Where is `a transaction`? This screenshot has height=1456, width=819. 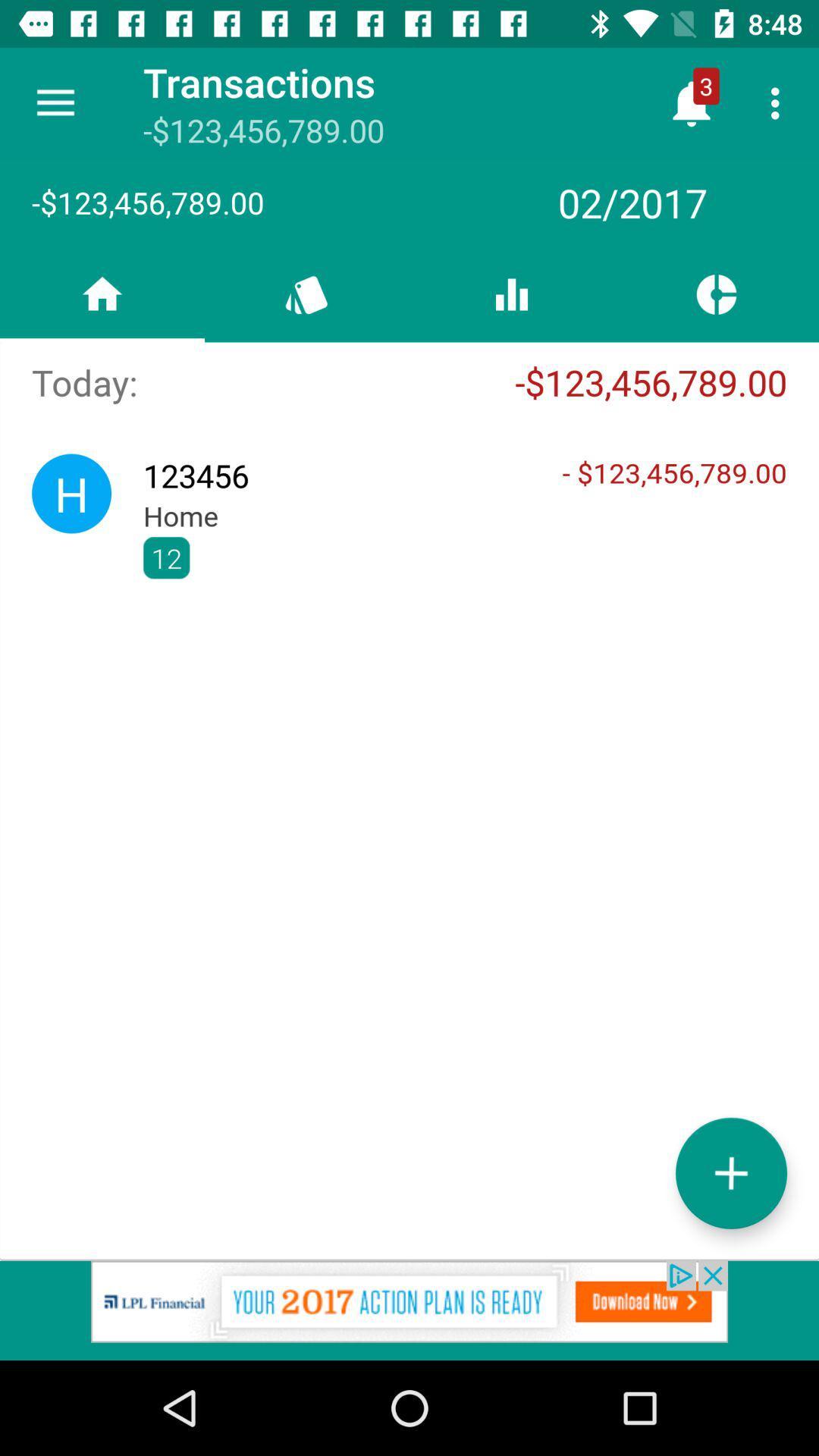 a transaction is located at coordinates (730, 1172).